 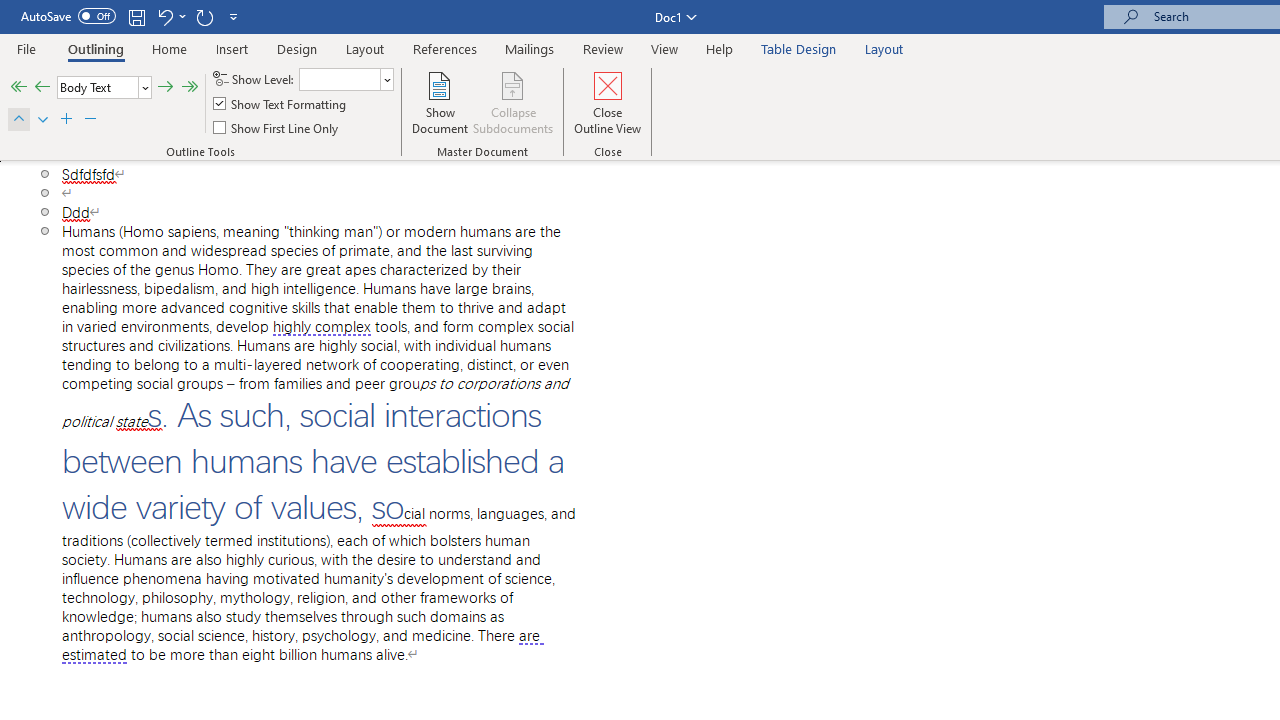 I want to click on 'Undo Outline Move Up', so click(x=164, y=16).